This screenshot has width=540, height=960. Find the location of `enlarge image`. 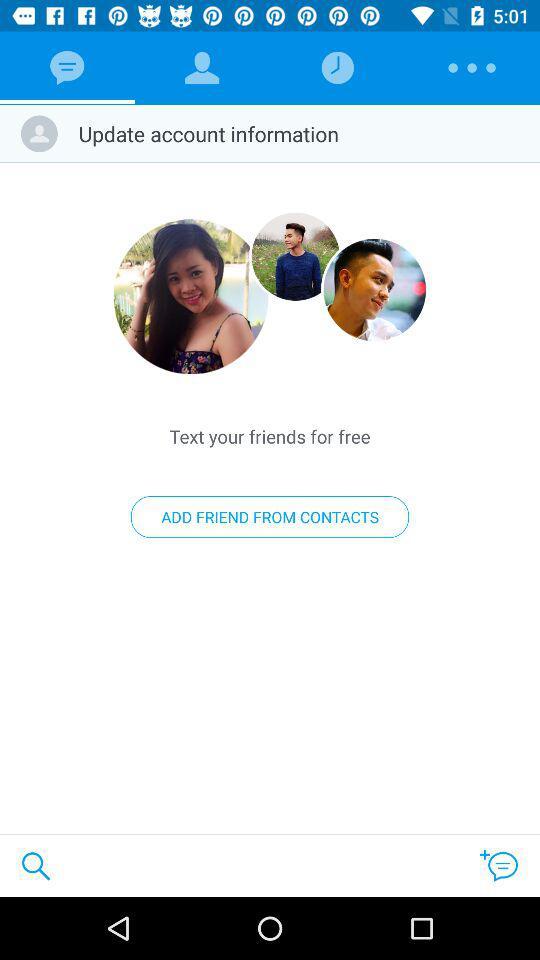

enlarge image is located at coordinates (191, 295).